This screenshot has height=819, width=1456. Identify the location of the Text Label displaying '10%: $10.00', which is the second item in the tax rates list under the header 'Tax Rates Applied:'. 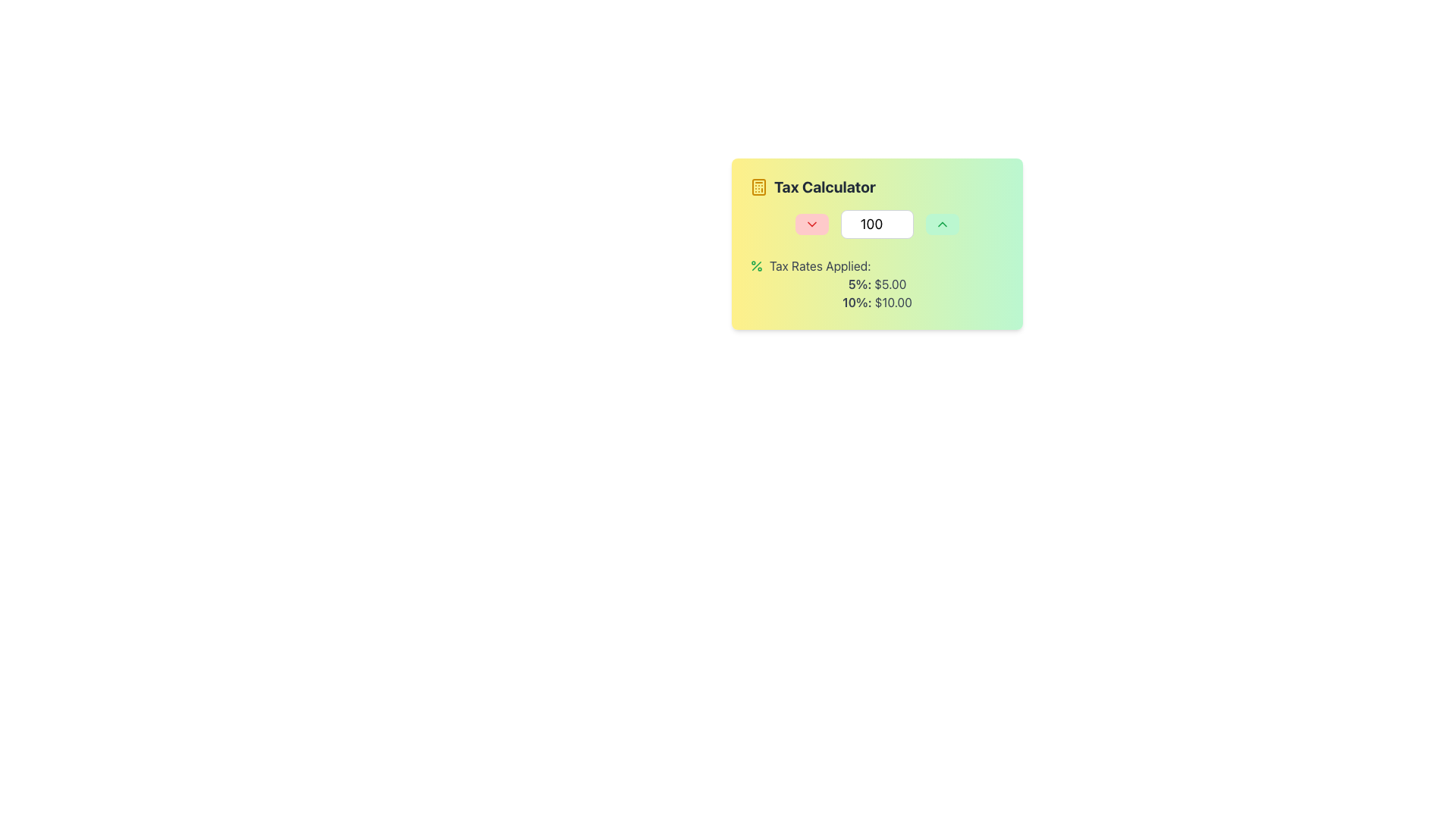
(877, 302).